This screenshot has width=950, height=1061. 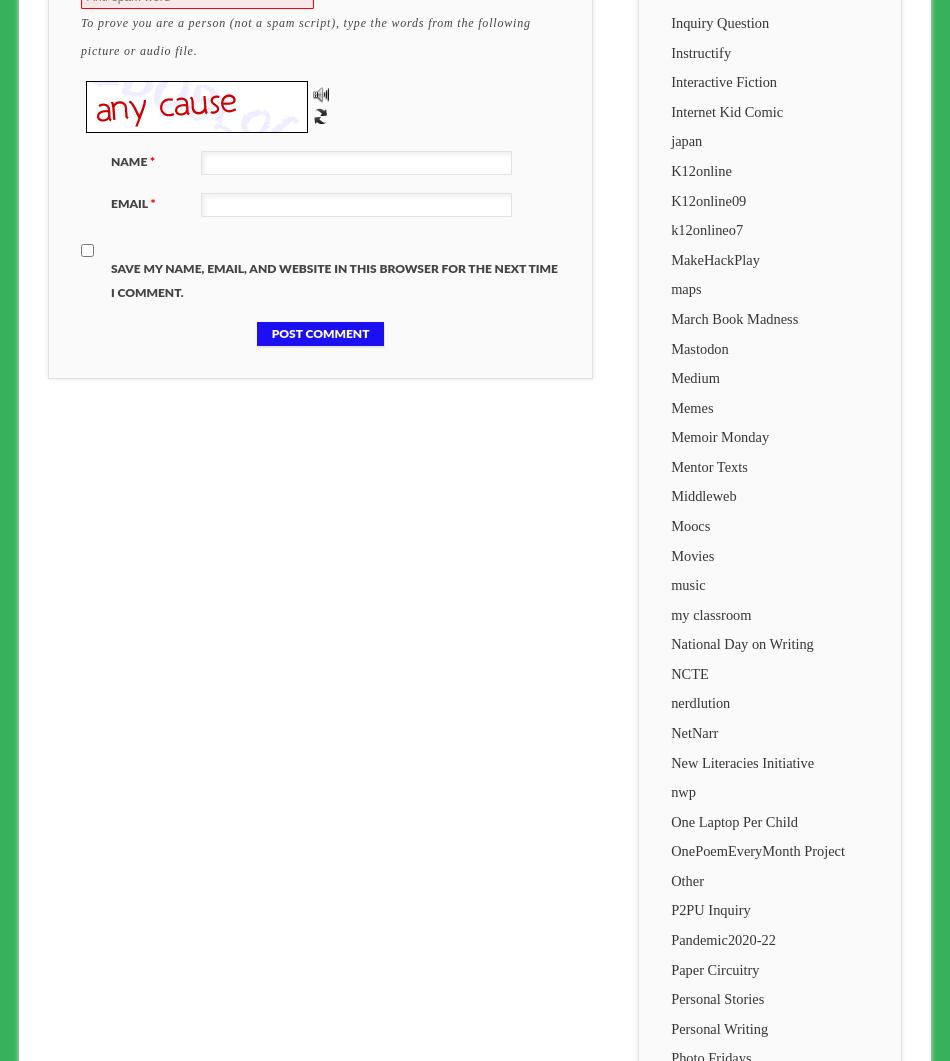 What do you see at coordinates (710, 909) in the screenshot?
I see `'P2PU Inquiry'` at bounding box center [710, 909].